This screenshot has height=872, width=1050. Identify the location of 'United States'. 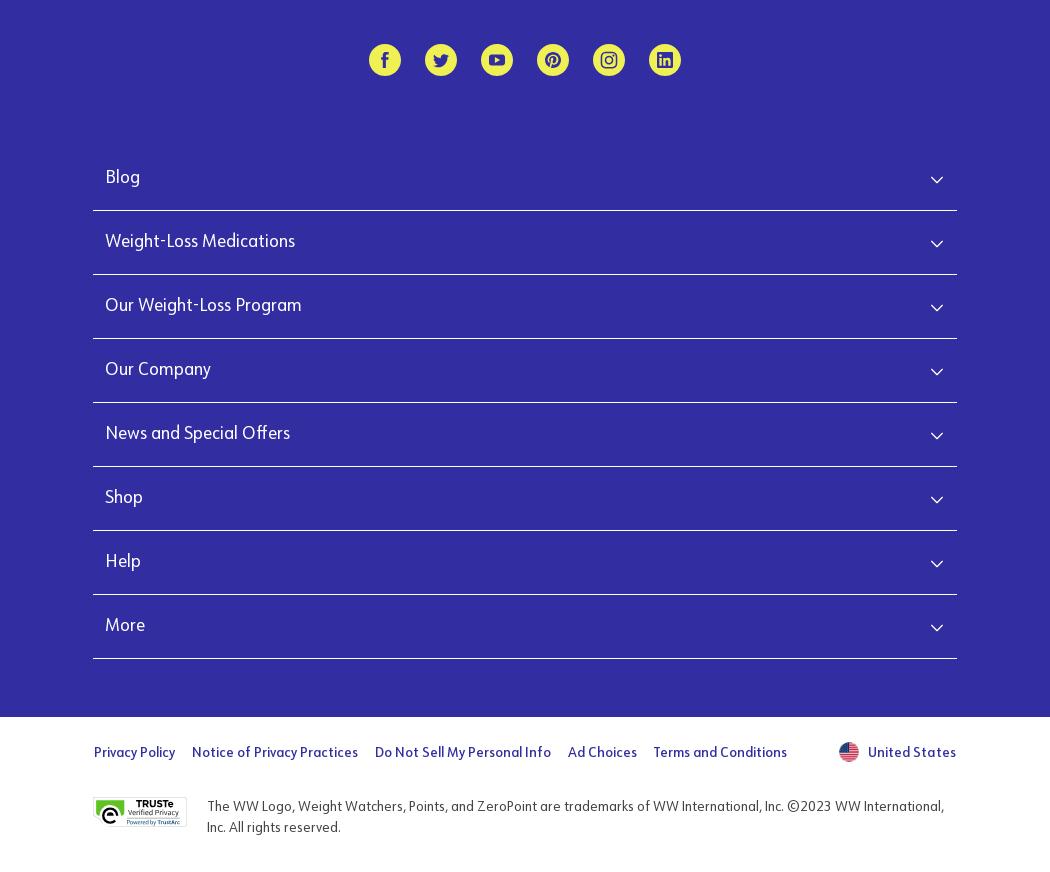
(910, 751).